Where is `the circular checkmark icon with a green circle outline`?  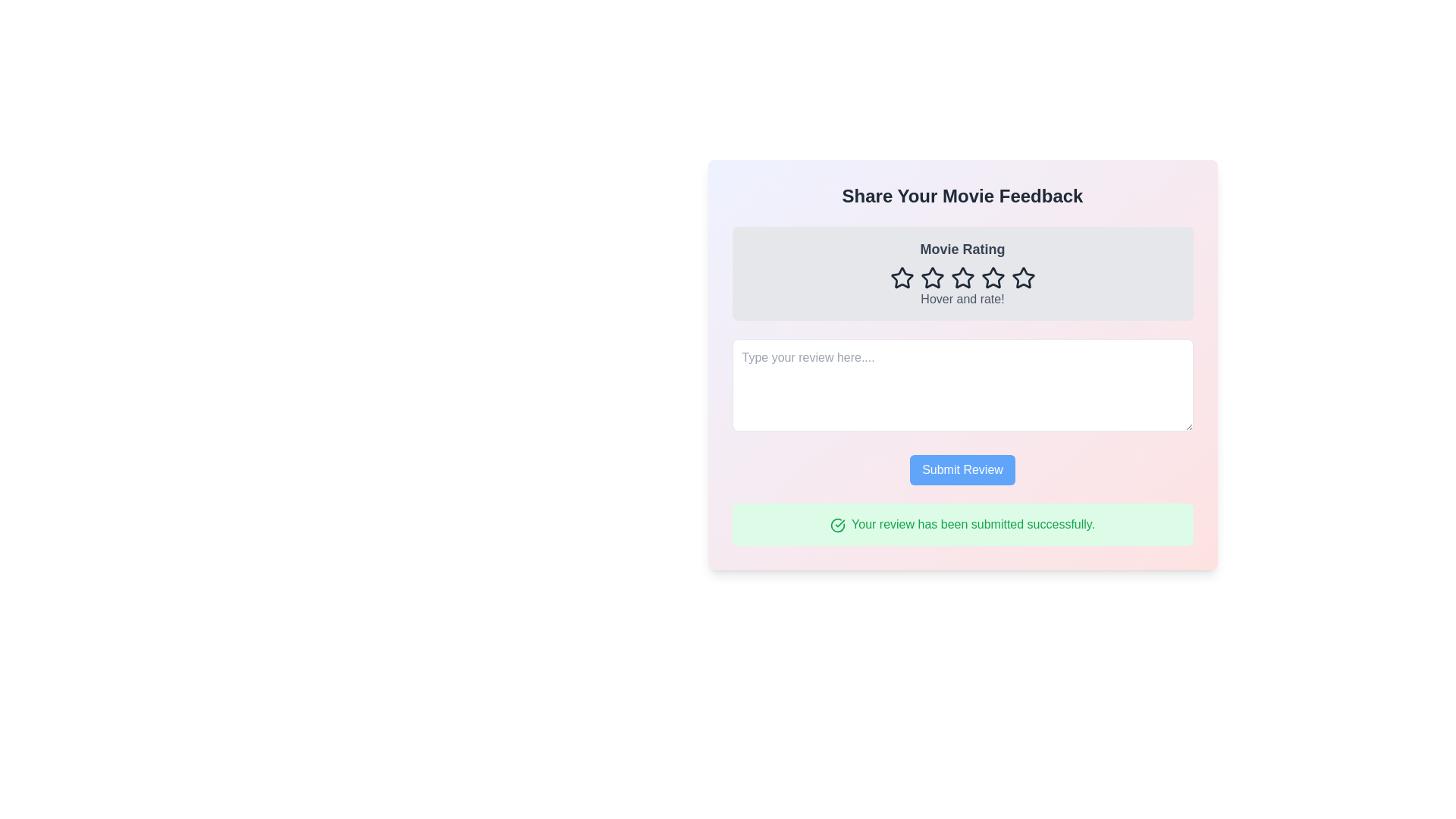
the circular checkmark icon with a green circle outline is located at coordinates (836, 524).